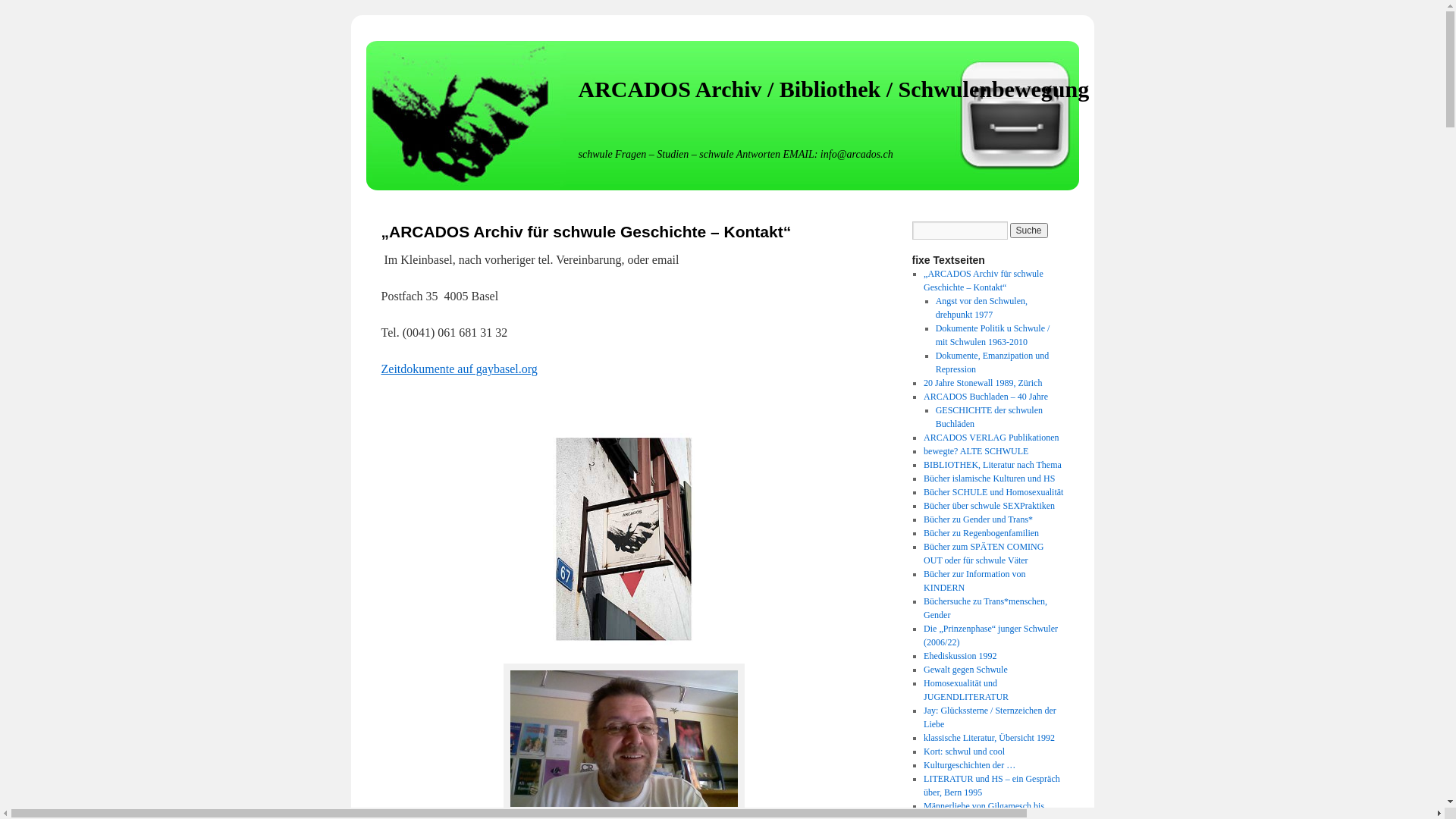 The image size is (1456, 819). Describe the element at coordinates (965, 669) in the screenshot. I see `'Gewalt gegen Schwule'` at that location.